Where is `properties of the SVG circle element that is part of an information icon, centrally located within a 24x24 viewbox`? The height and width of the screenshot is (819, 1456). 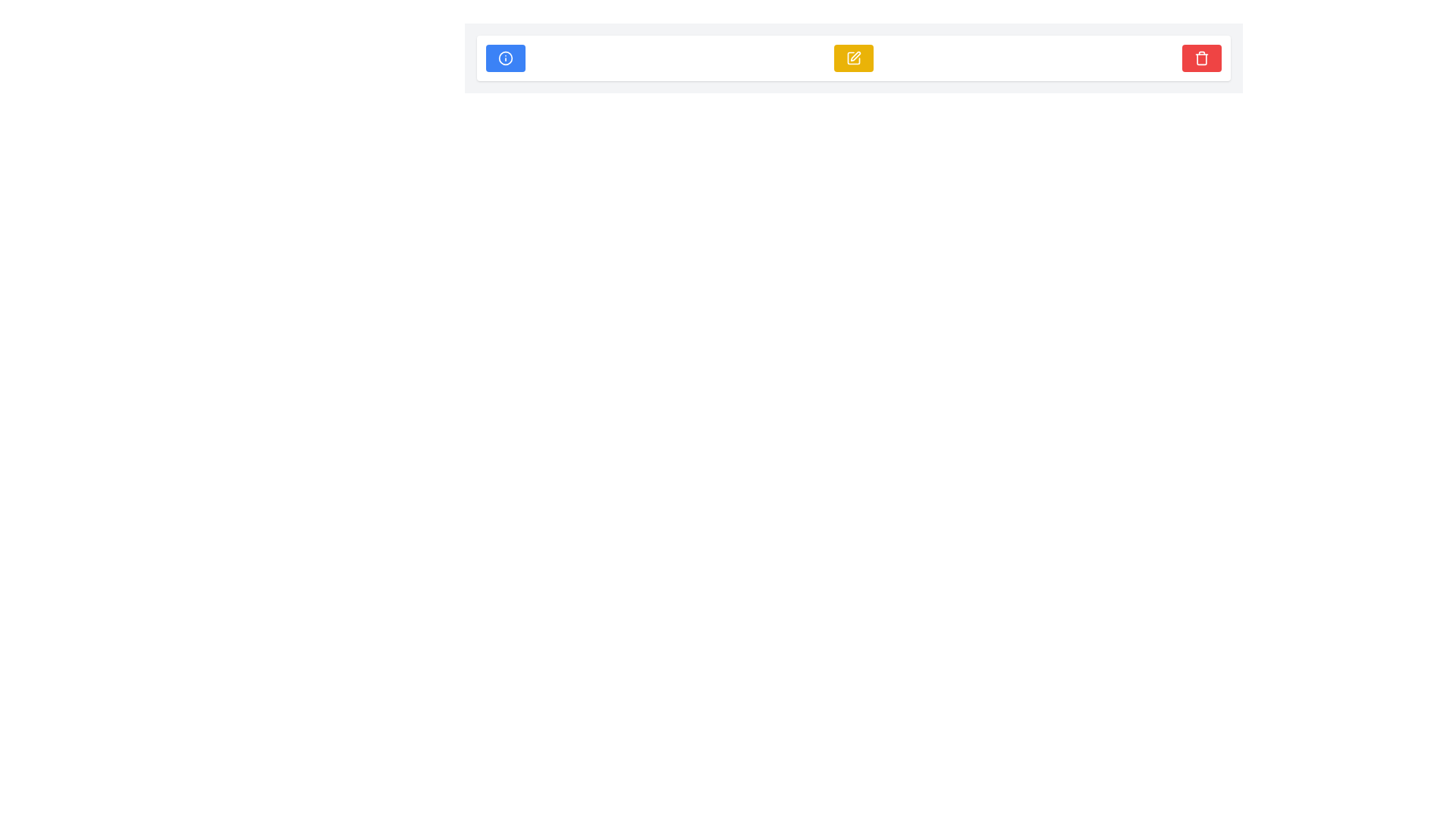
properties of the SVG circle element that is part of an information icon, centrally located within a 24x24 viewbox is located at coordinates (506, 58).